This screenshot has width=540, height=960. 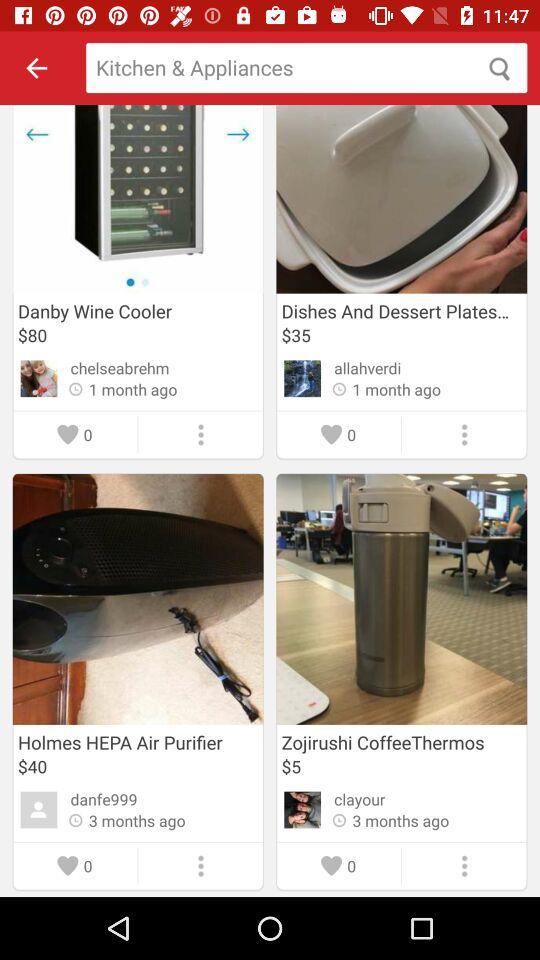 What do you see at coordinates (358, 799) in the screenshot?
I see `icon above 3 months ago item` at bounding box center [358, 799].